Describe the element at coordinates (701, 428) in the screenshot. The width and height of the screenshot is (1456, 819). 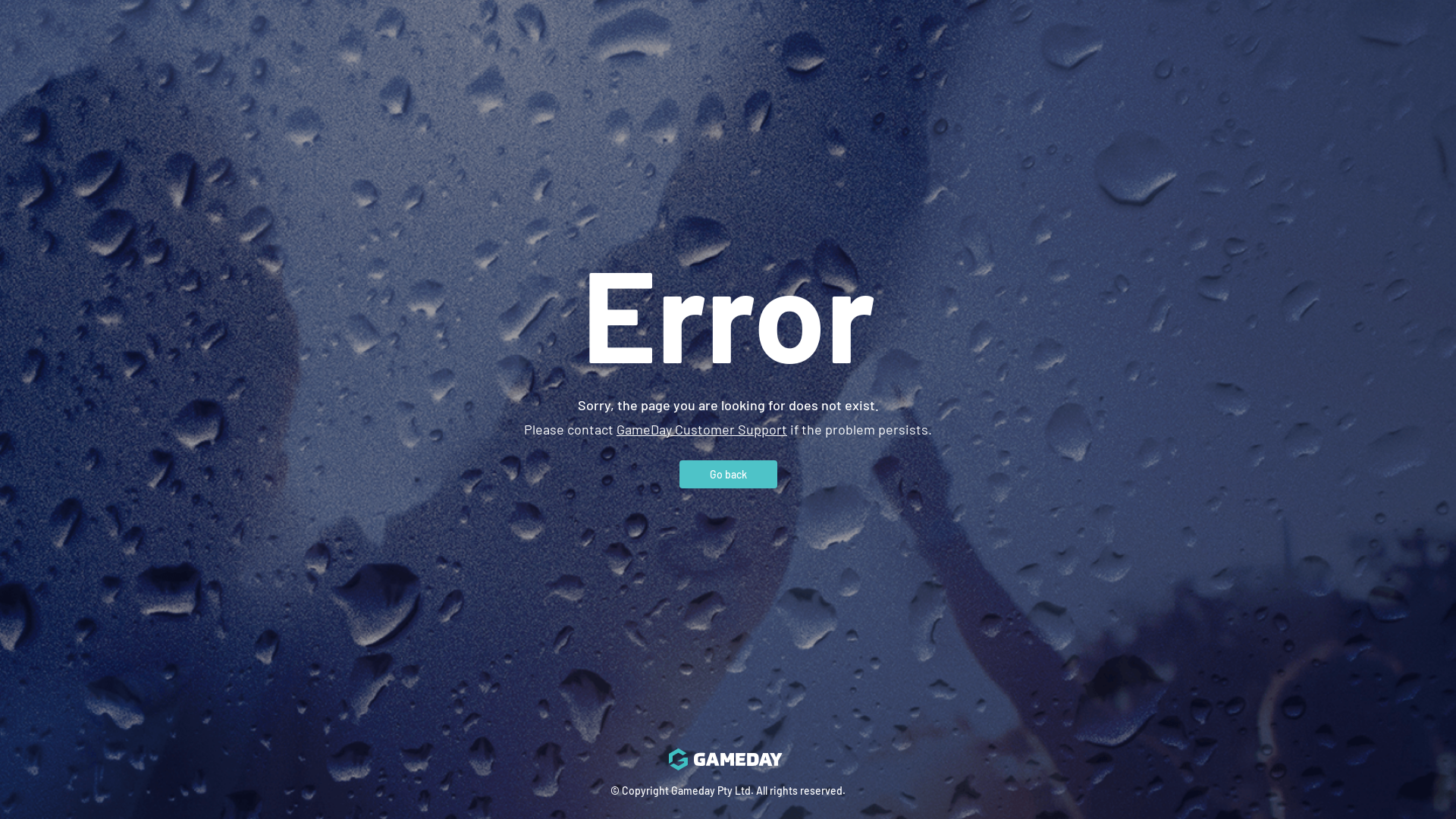
I see `'GameDay Customer Support'` at that location.